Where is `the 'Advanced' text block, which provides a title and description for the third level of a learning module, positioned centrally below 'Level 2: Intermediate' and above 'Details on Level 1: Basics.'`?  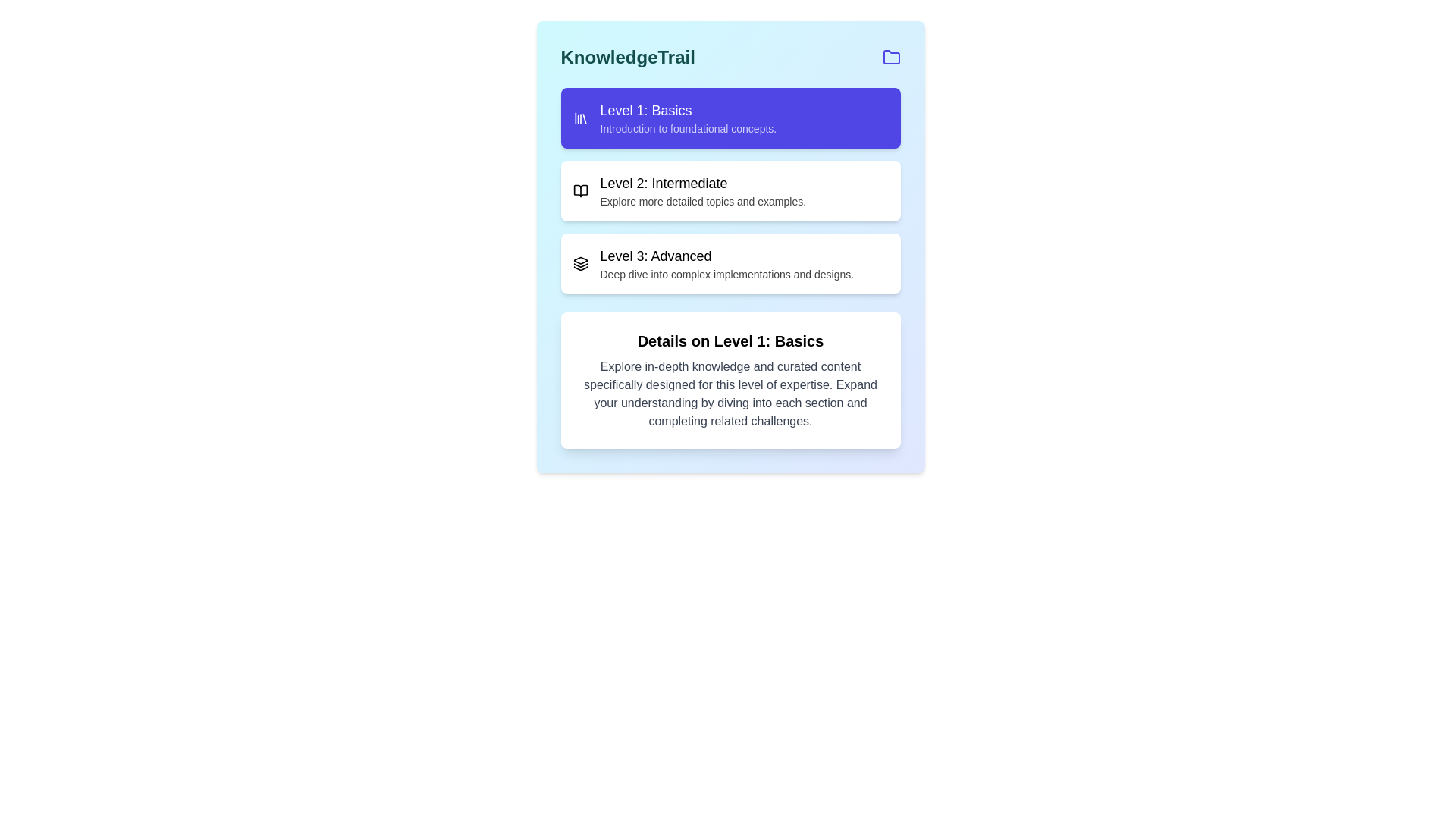 the 'Advanced' text block, which provides a title and description for the third level of a learning module, positioned centrally below 'Level 2: Intermediate' and above 'Details on Level 1: Basics.' is located at coordinates (726, 262).